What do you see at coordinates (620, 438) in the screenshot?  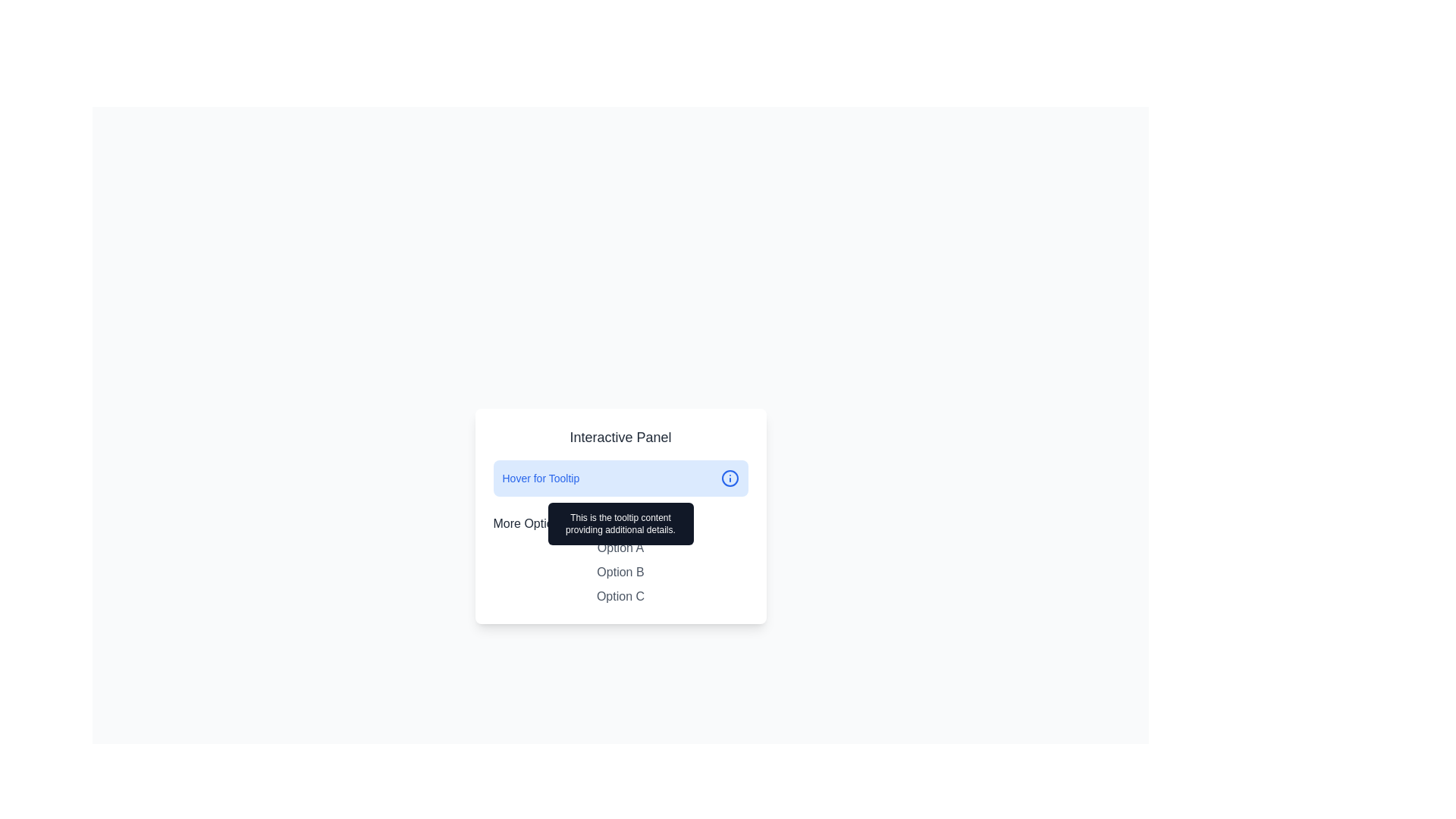 I see `the text label at the top of the white rounded panel that serves as a header or title for the panel's content` at bounding box center [620, 438].